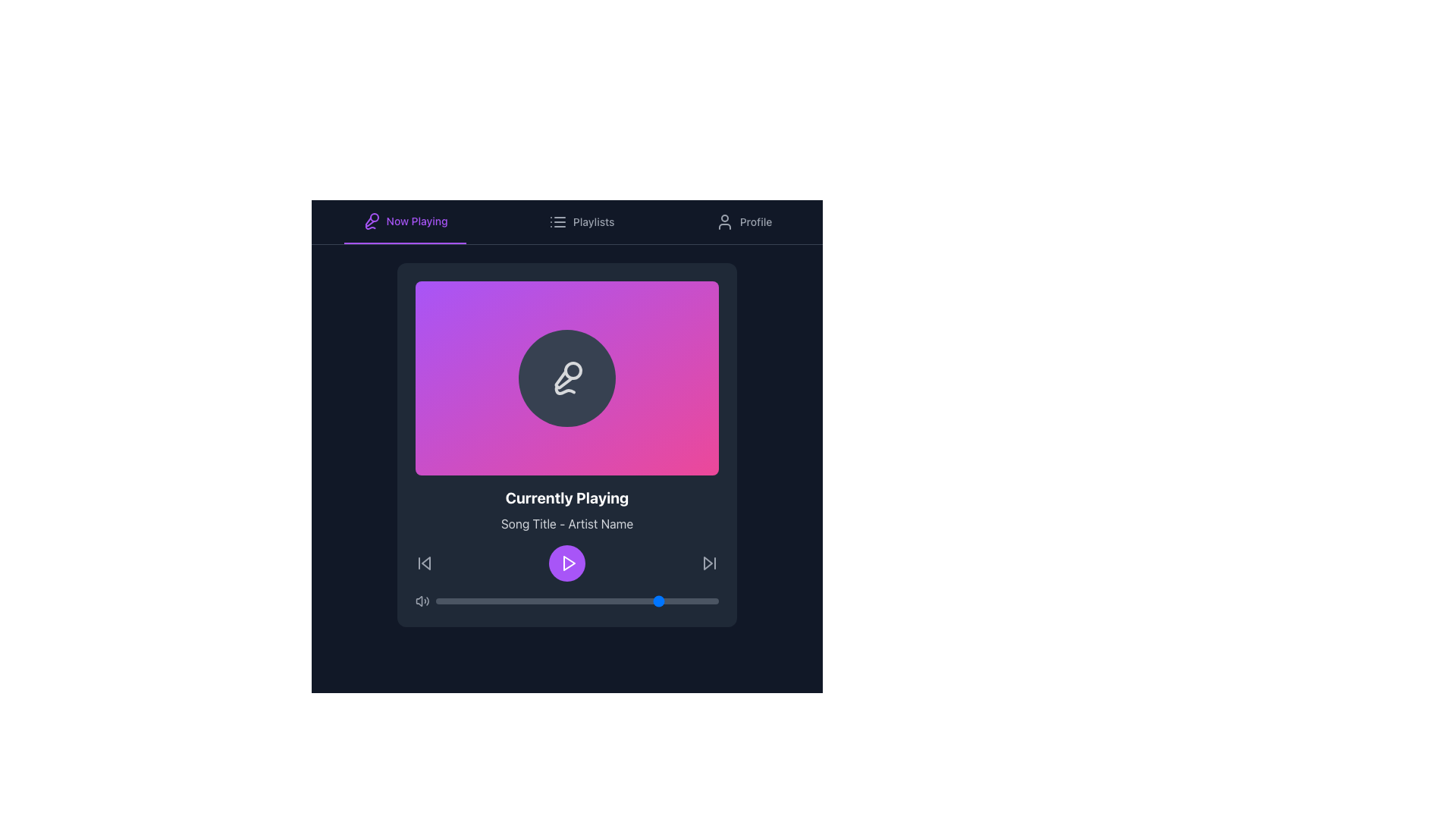 Image resolution: width=1456 pixels, height=819 pixels. I want to click on the microphone icon, which is styled in an outline format and positioned to the left of the 'Now Playing' label in the header, so click(371, 221).